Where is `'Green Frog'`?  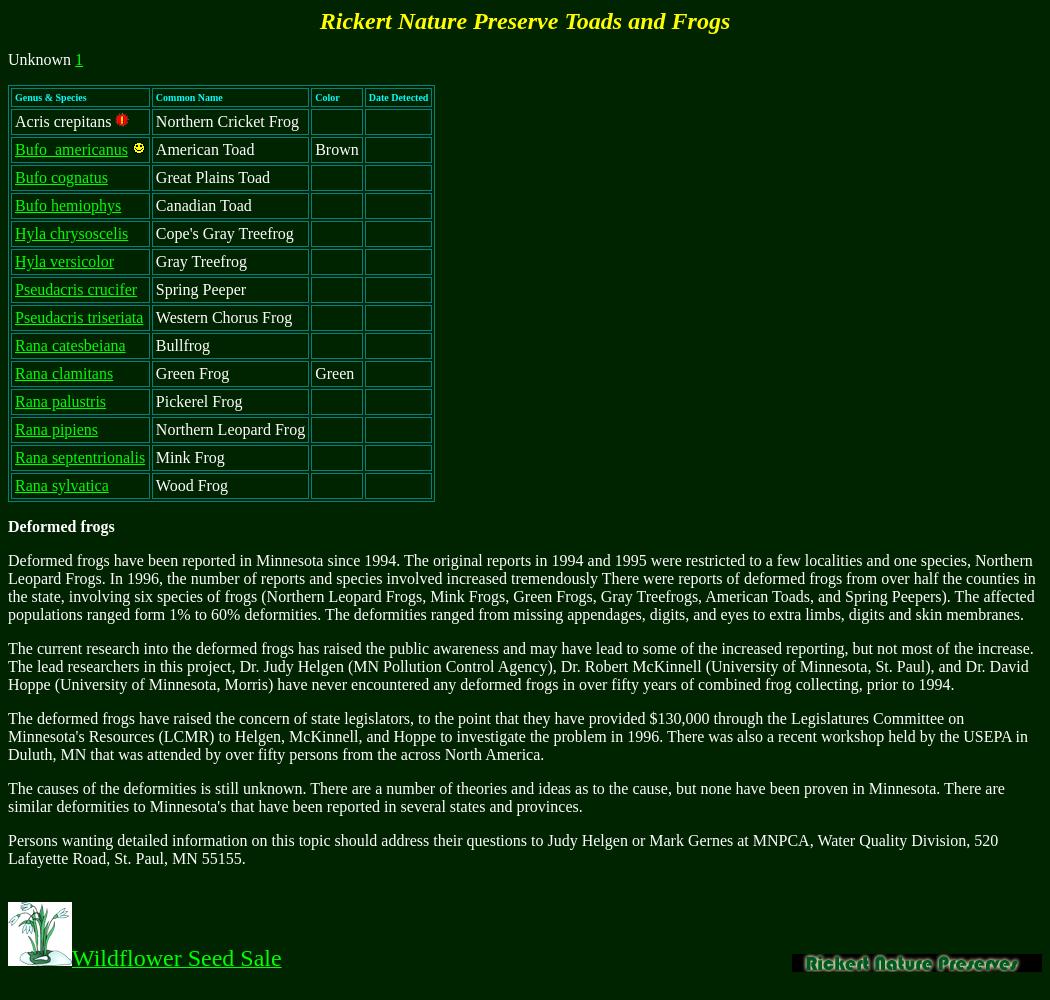 'Green Frog' is located at coordinates (191, 372).